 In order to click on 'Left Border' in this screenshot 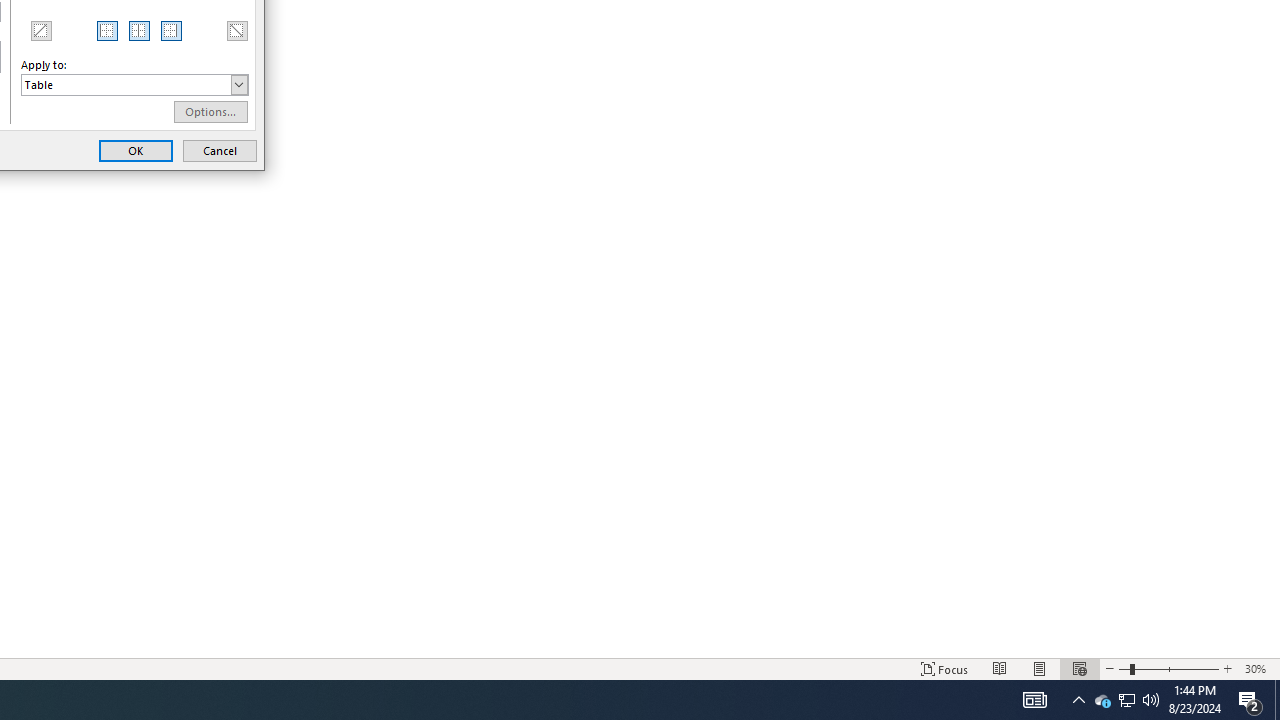, I will do `click(106, 30)`.